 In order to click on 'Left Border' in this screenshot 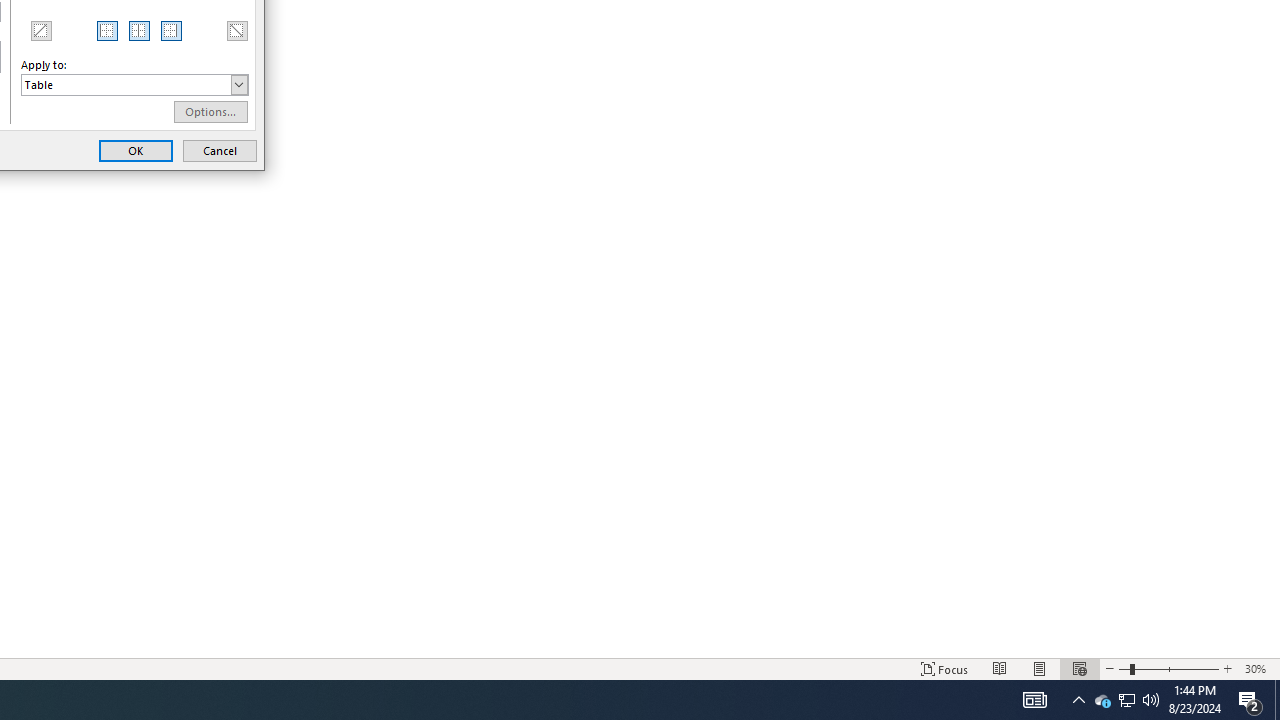, I will do `click(106, 30)`.